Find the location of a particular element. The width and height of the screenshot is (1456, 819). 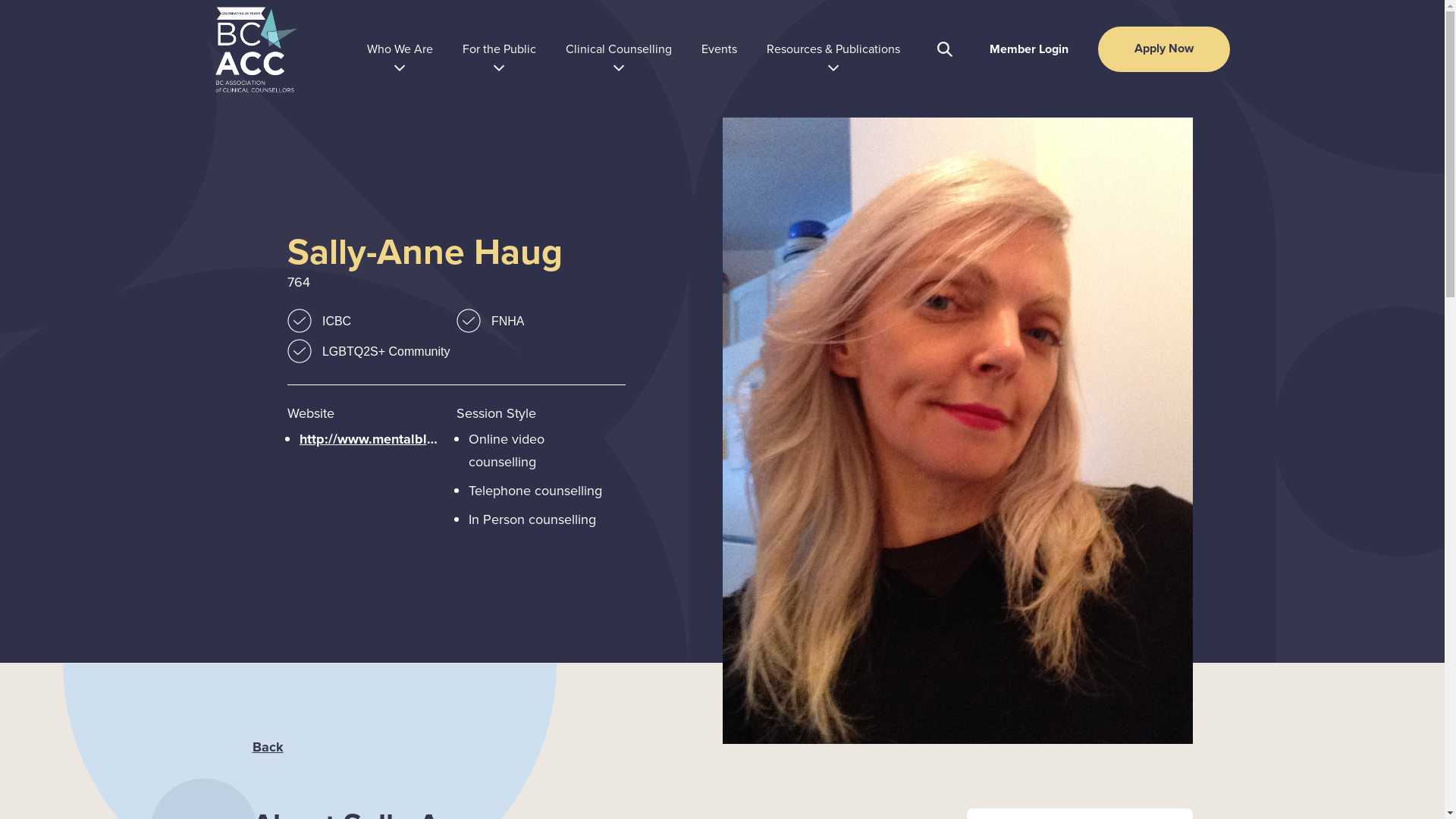

'Clinical Counselling' is located at coordinates (564, 49).